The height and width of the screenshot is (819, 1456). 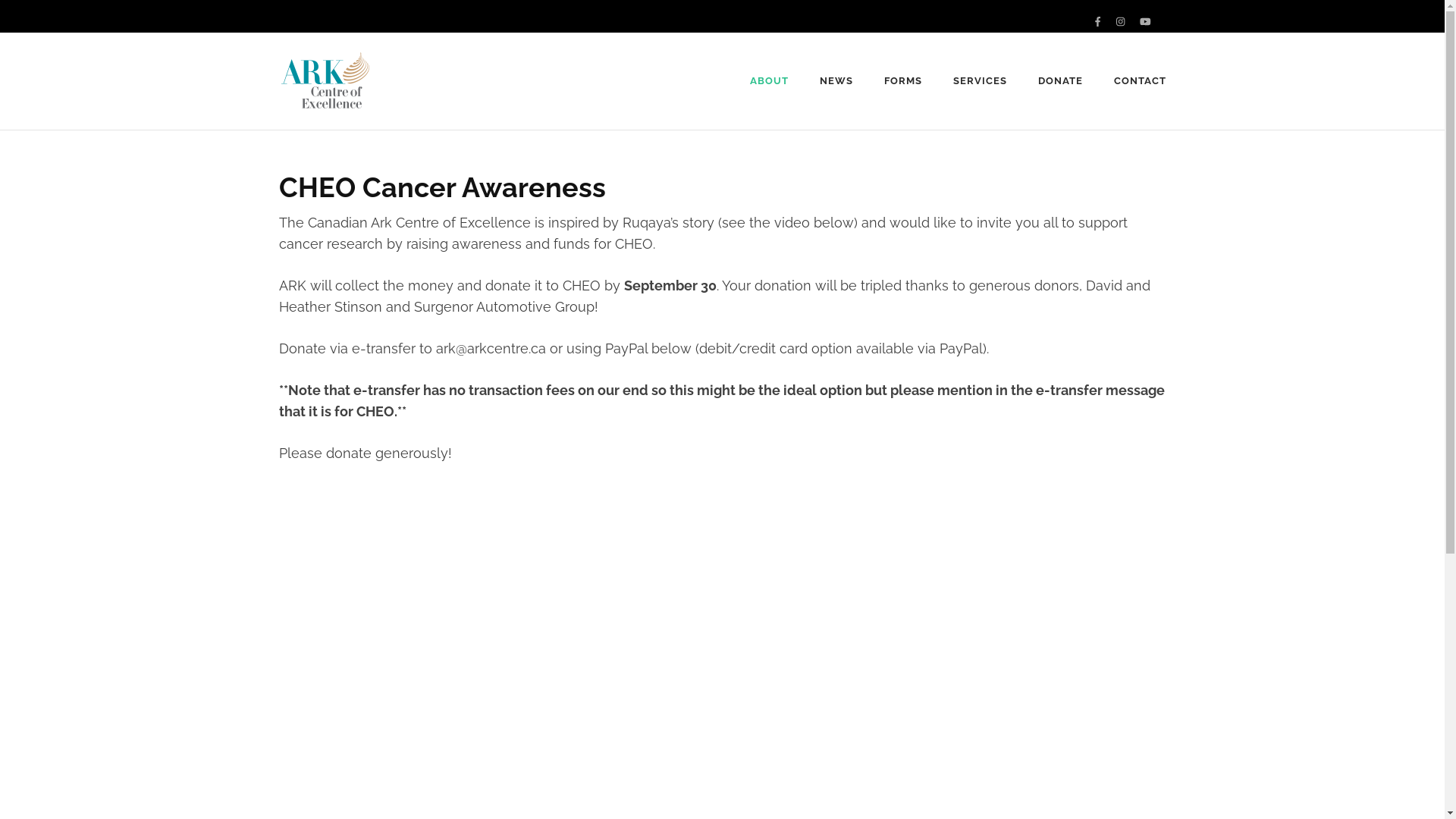 What do you see at coordinates (397, 91) in the screenshot?
I see `'Ark'` at bounding box center [397, 91].